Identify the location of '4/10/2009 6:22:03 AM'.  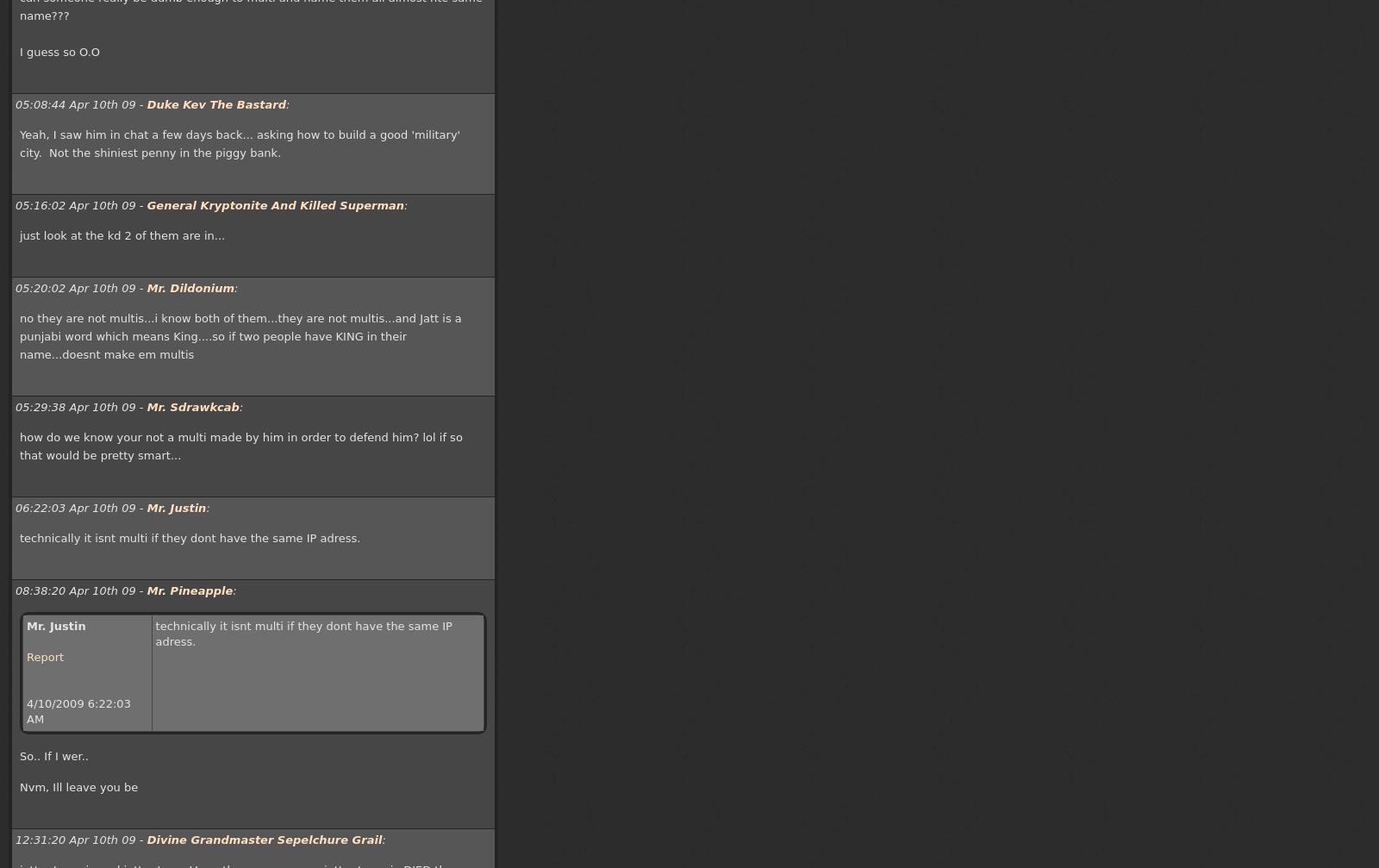
(78, 710).